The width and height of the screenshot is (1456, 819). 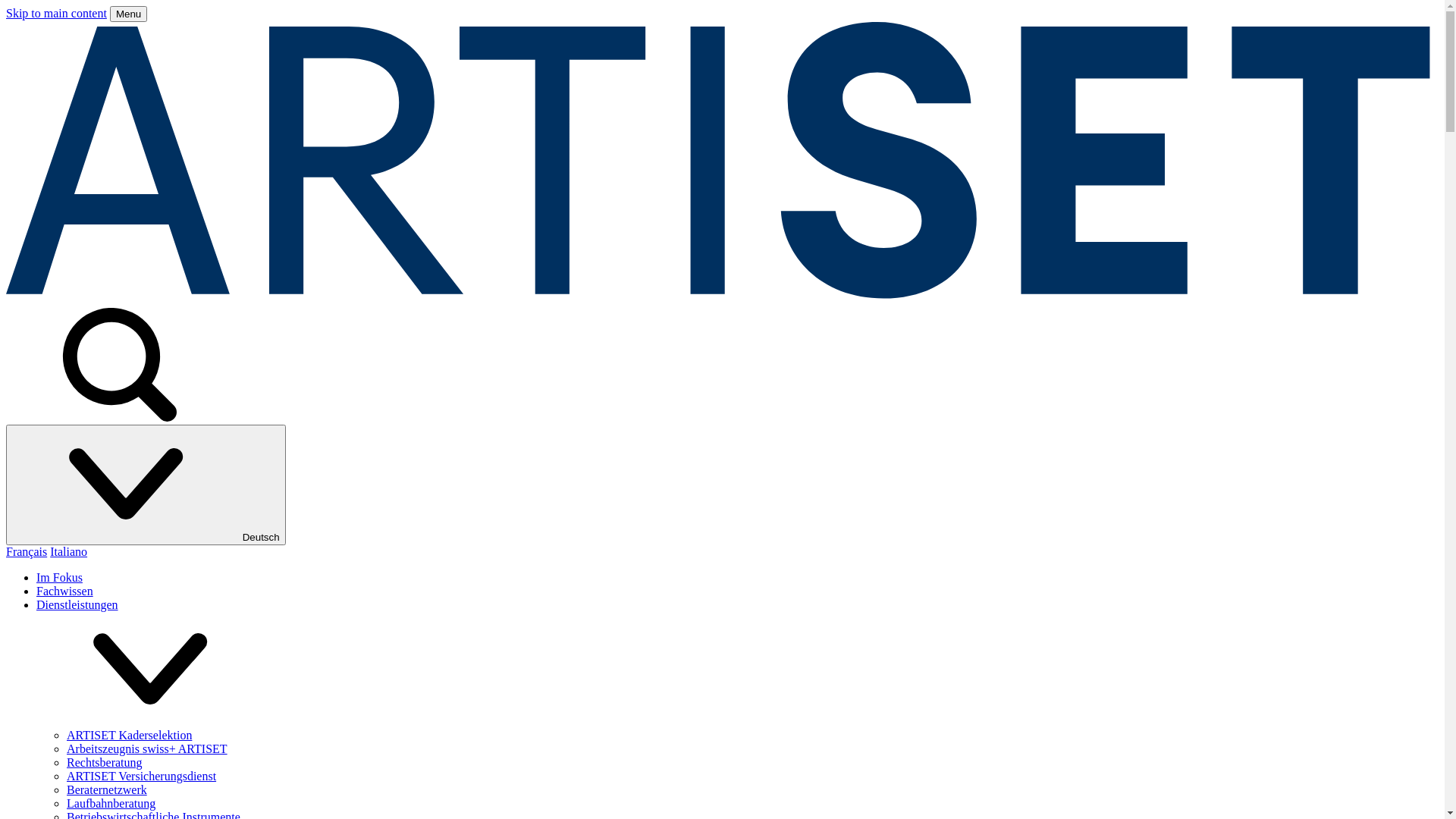 What do you see at coordinates (67, 551) in the screenshot?
I see `'Italiano'` at bounding box center [67, 551].